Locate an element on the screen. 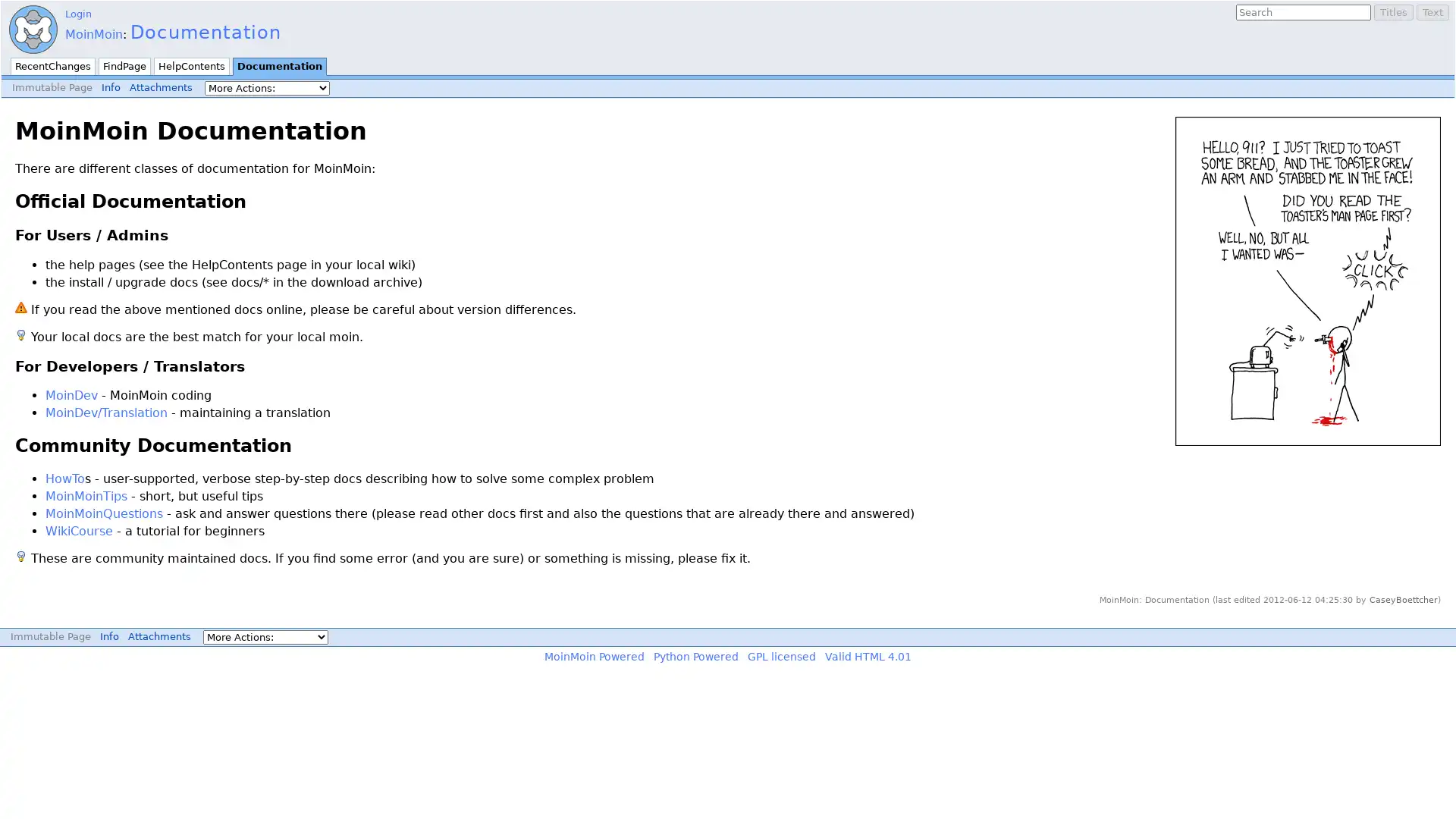 This screenshot has height=819, width=1456. Text is located at coordinates (1432, 12).